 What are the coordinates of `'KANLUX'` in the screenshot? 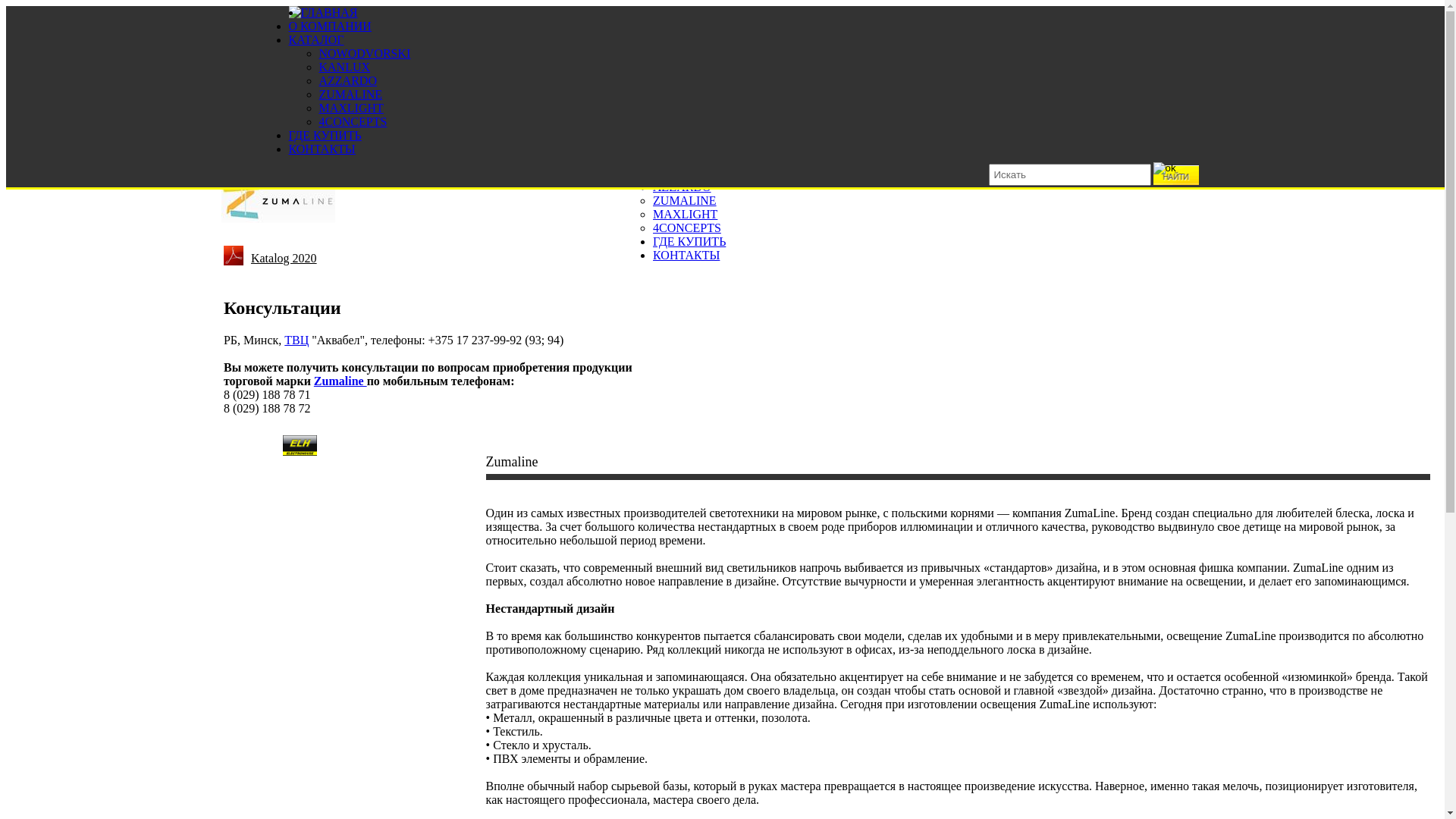 It's located at (677, 172).